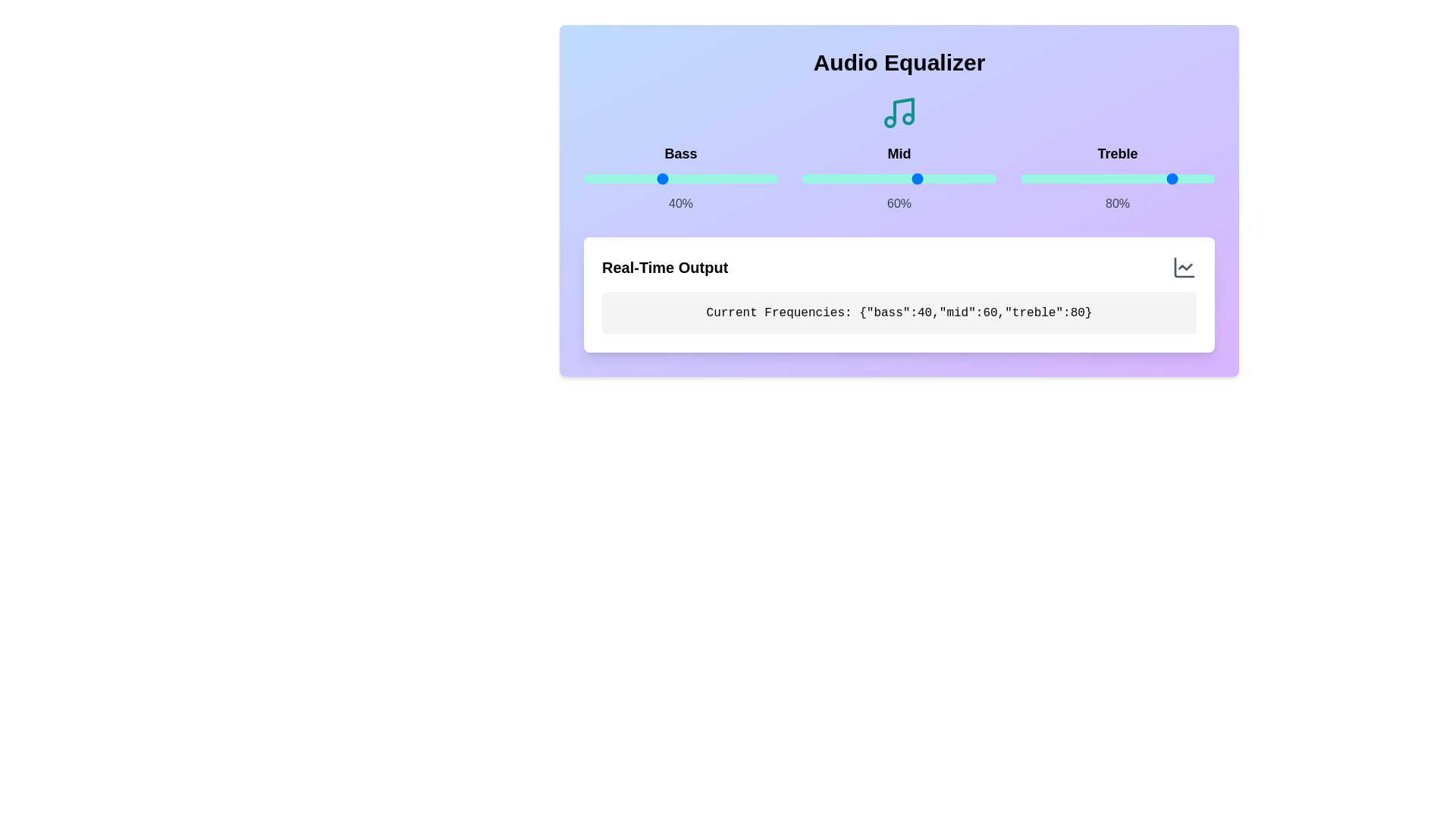  What do you see at coordinates (1074, 177) in the screenshot?
I see `the 'Treble' slider` at bounding box center [1074, 177].